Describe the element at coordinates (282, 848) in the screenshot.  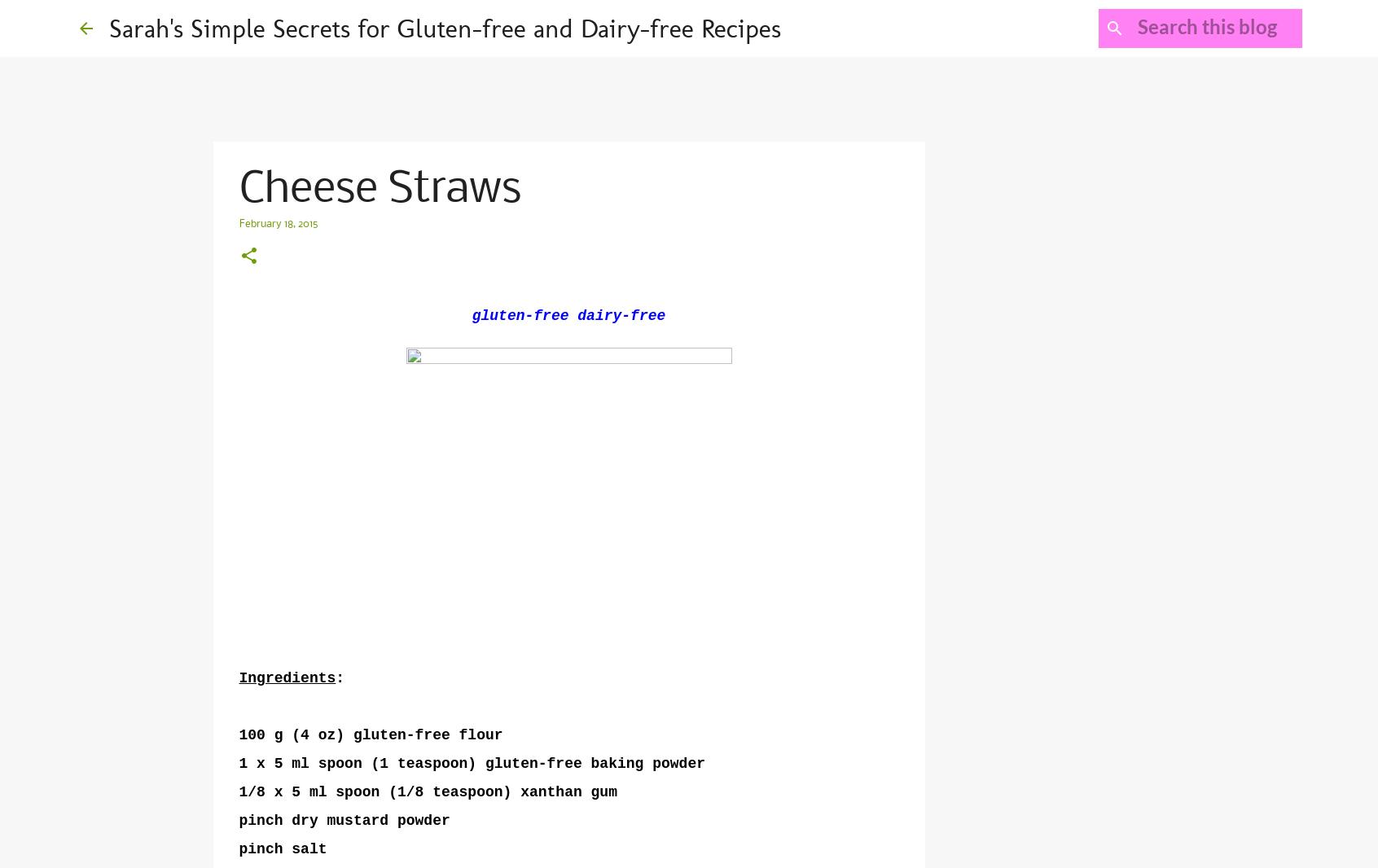
I see `'pinch salt'` at that location.